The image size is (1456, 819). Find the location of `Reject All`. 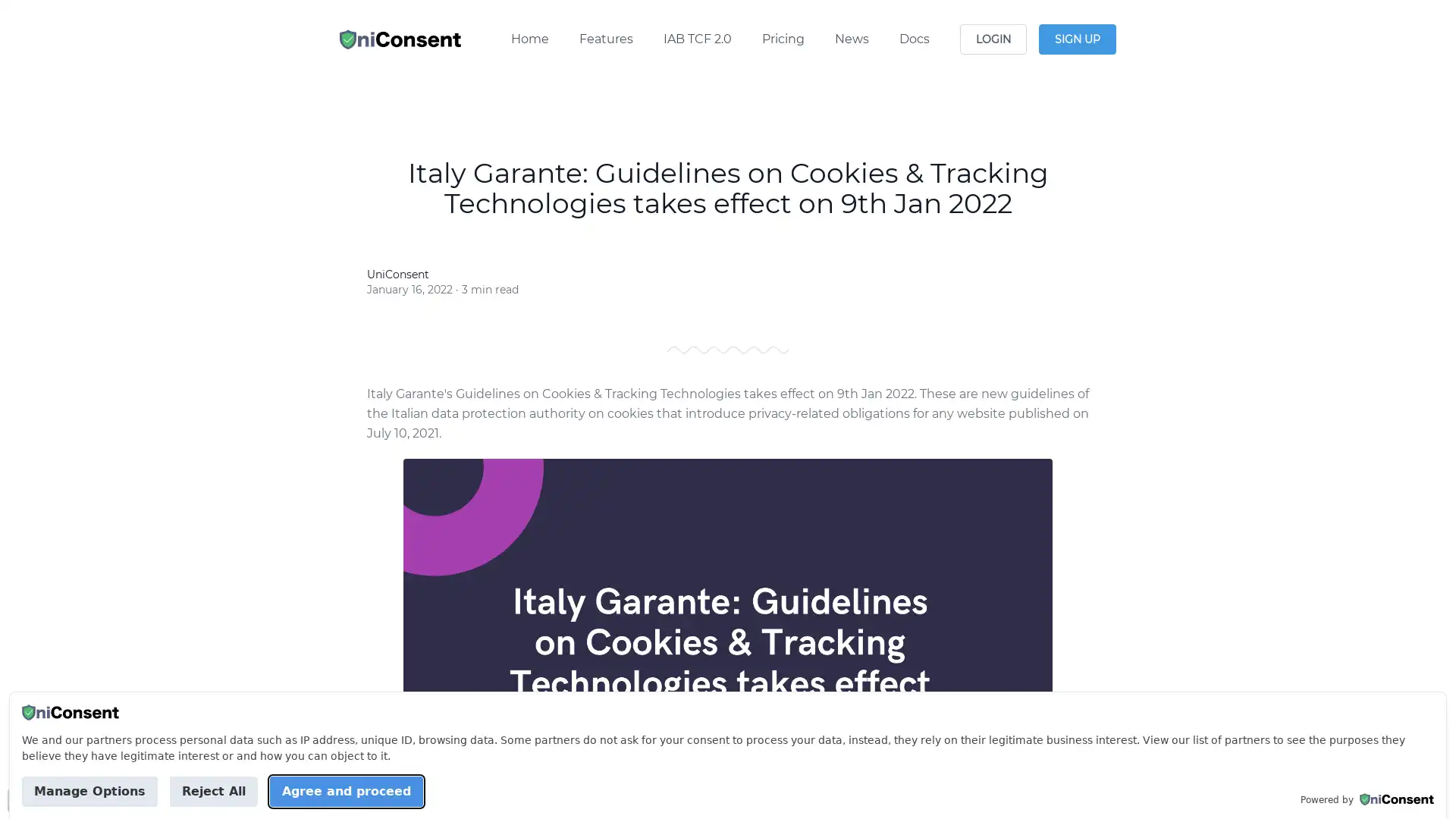

Reject All is located at coordinates (213, 791).